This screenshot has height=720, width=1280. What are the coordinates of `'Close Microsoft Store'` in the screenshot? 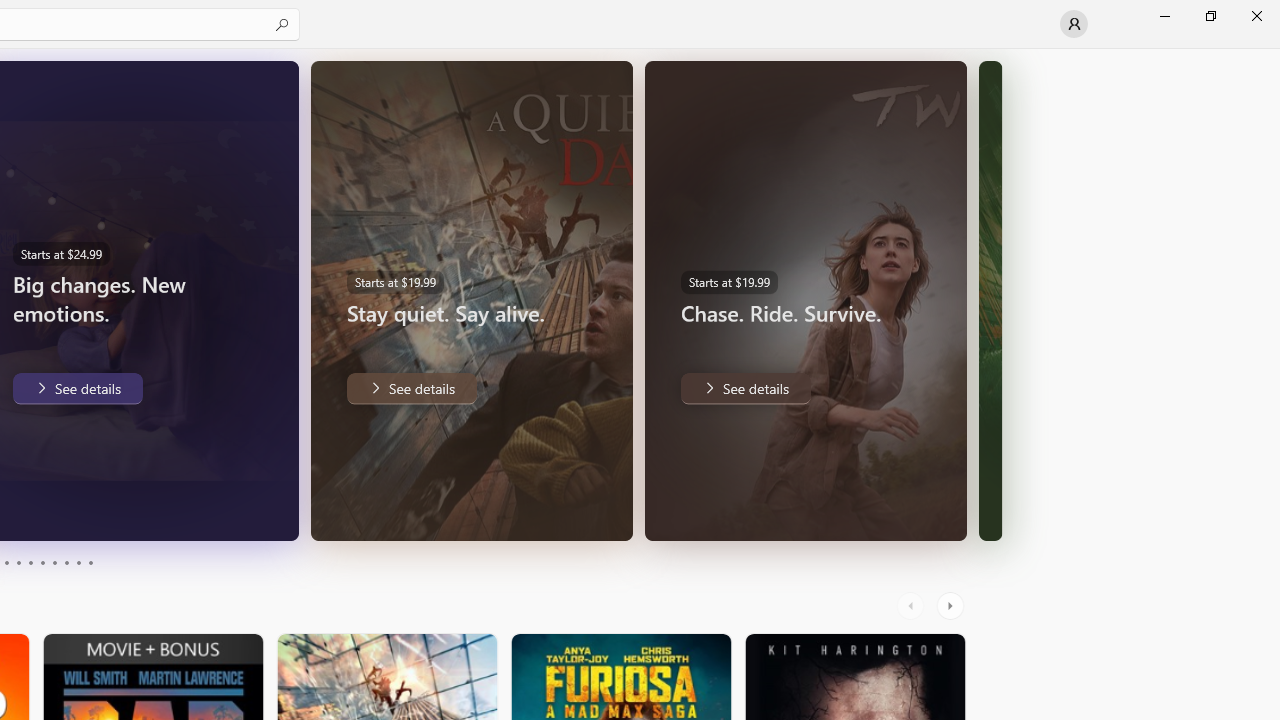 It's located at (1255, 15).